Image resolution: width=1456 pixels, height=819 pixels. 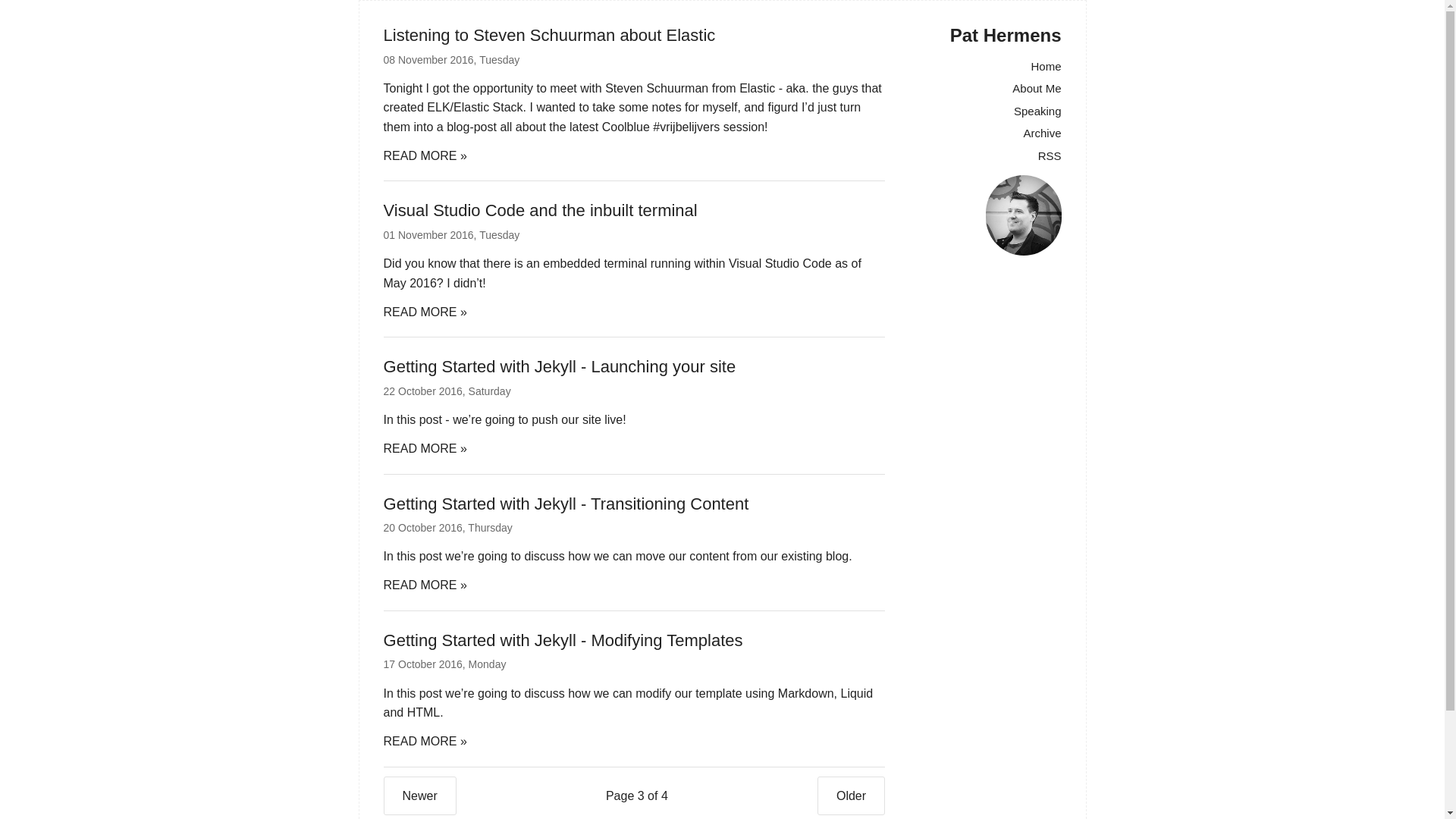 I want to click on 'Listening to Steven Schuurman about Elastic', so click(x=548, y=34).